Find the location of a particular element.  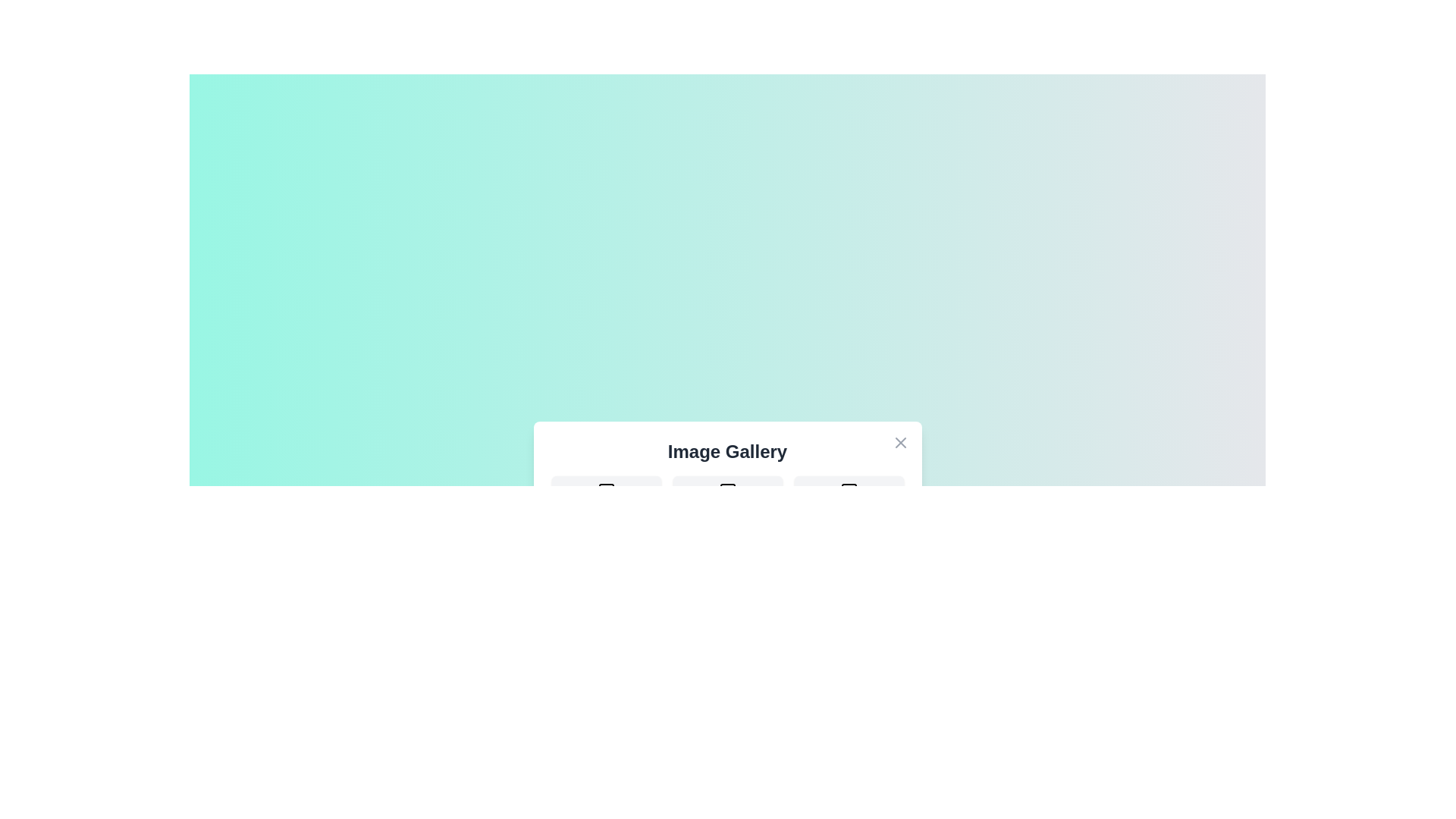

the image titled Cityscape from the gallery is located at coordinates (726, 502).